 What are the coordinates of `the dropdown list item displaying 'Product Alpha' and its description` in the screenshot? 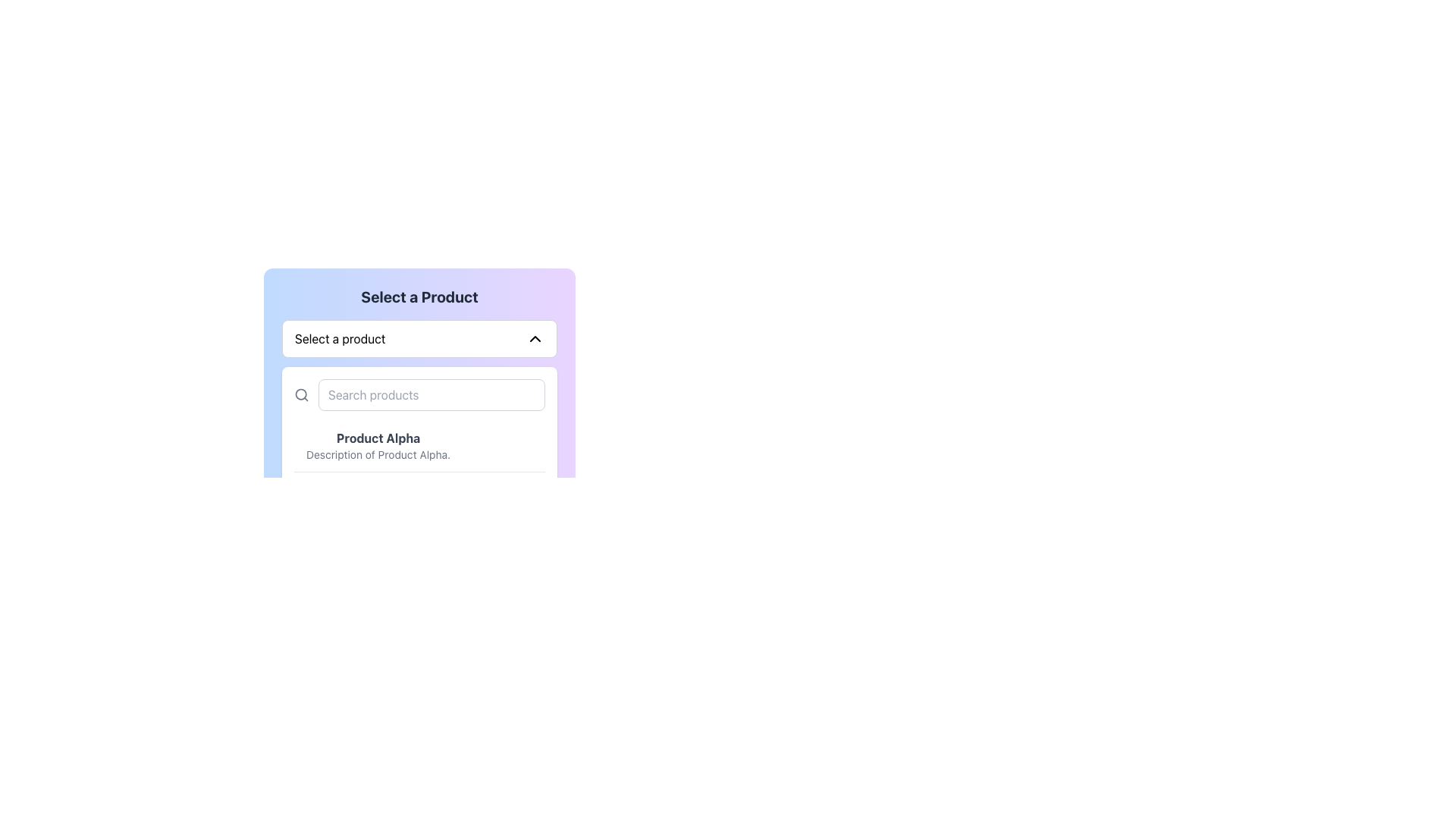 It's located at (378, 444).